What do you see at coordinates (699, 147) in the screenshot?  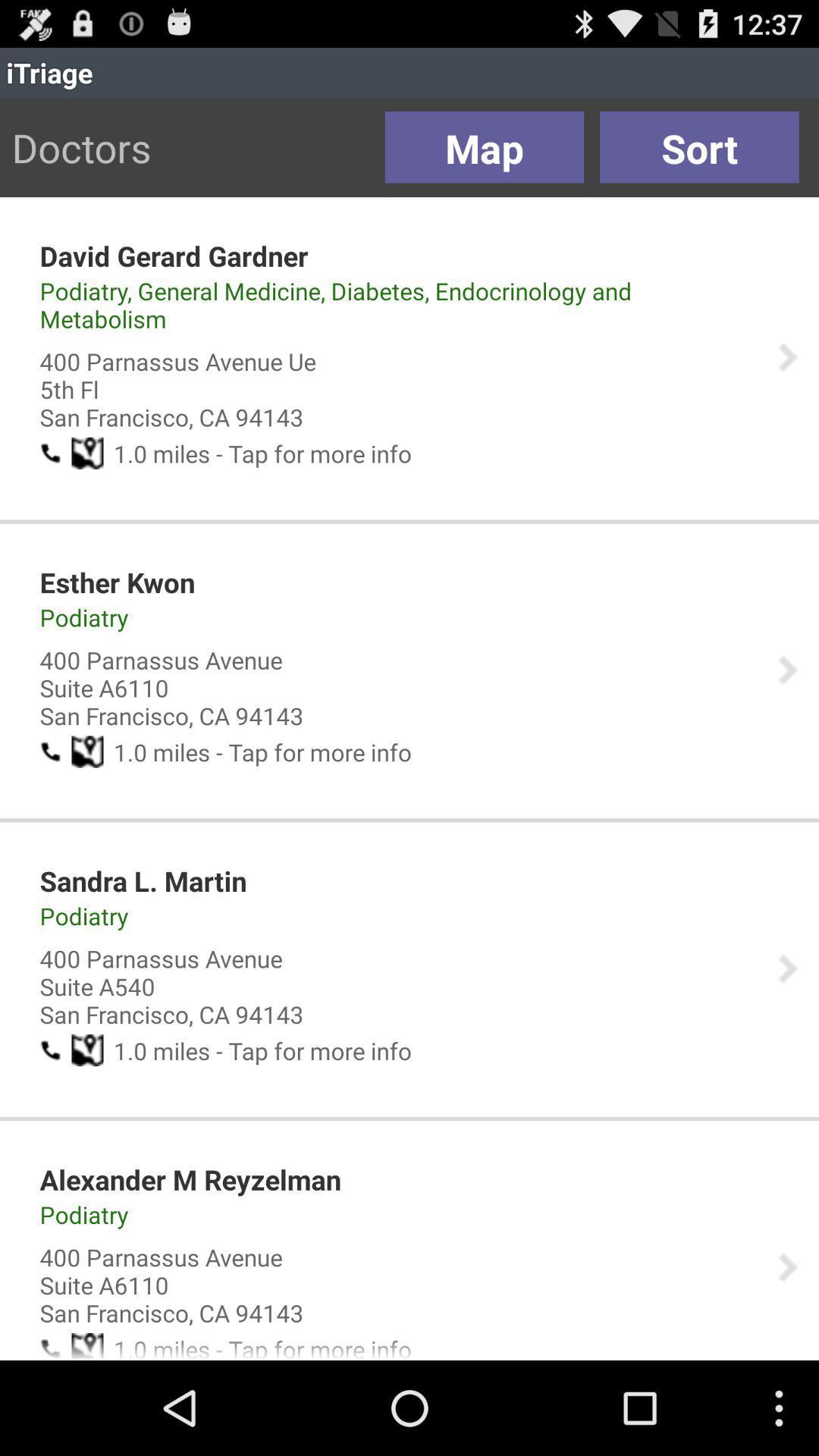 I see `sort icon` at bounding box center [699, 147].